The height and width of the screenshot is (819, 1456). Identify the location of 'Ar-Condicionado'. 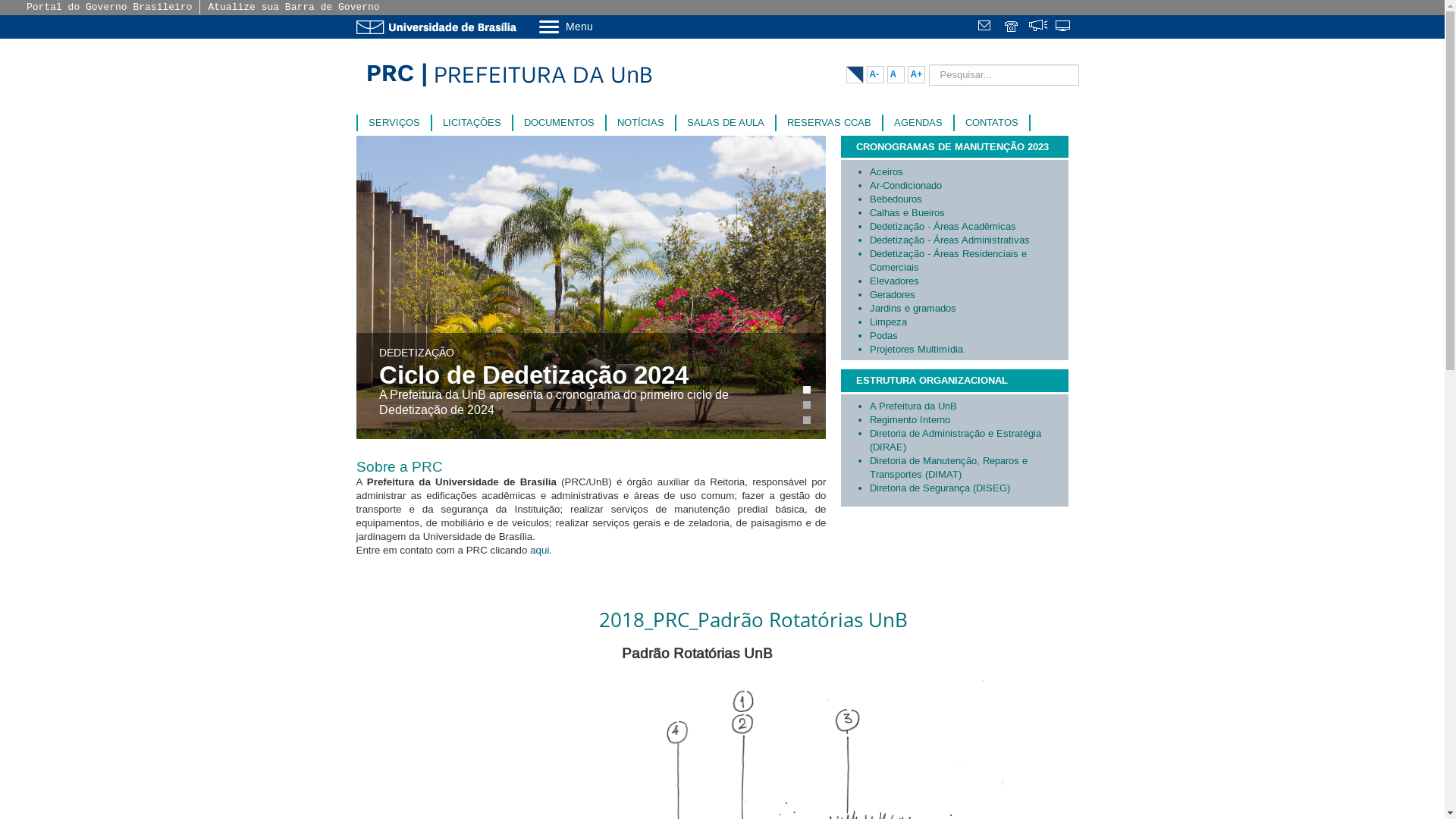
(966, 185).